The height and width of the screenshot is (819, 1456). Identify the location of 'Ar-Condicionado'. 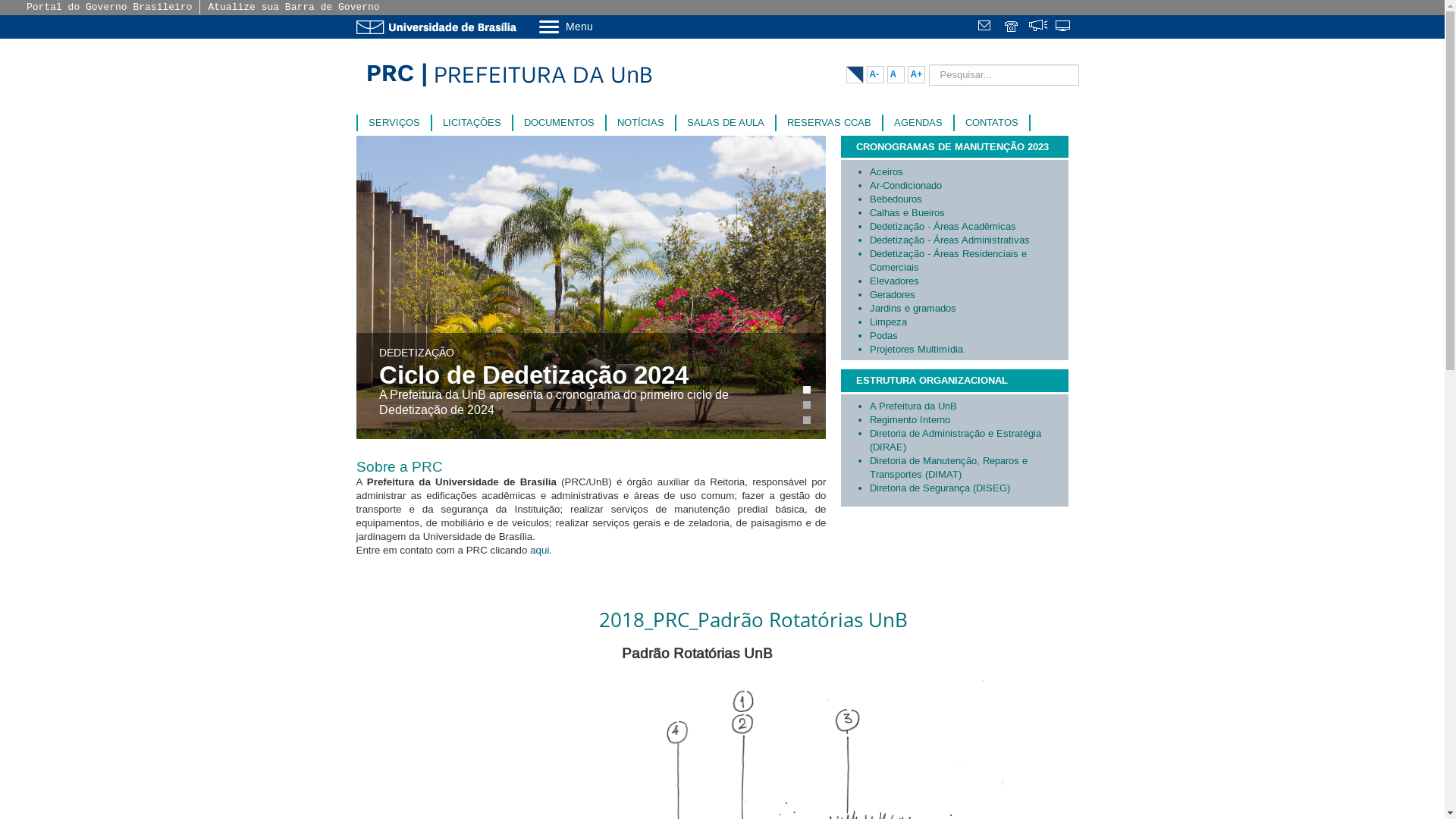
(966, 185).